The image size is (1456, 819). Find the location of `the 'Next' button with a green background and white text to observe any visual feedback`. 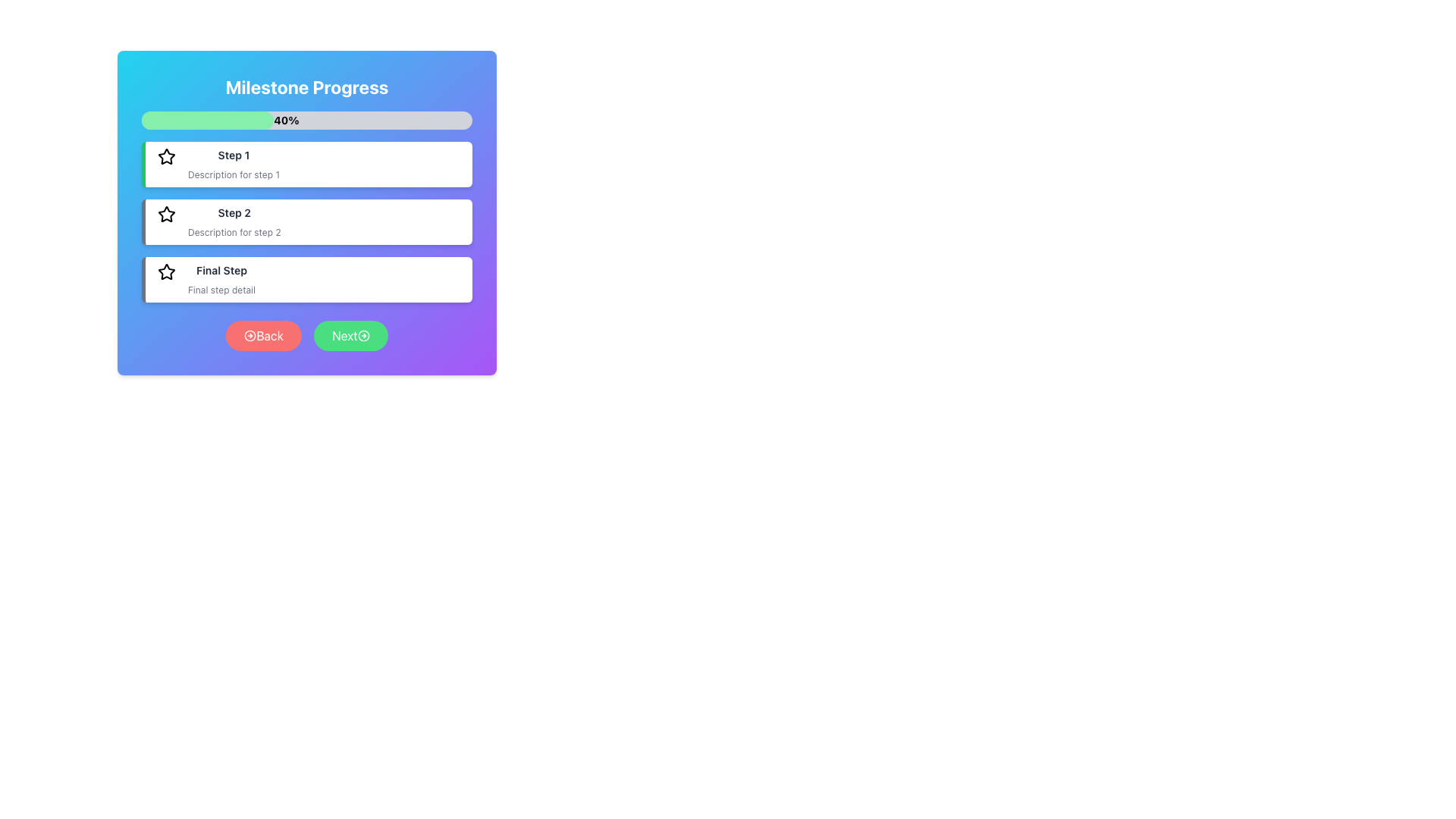

the 'Next' button with a green background and white text to observe any visual feedback is located at coordinates (350, 335).